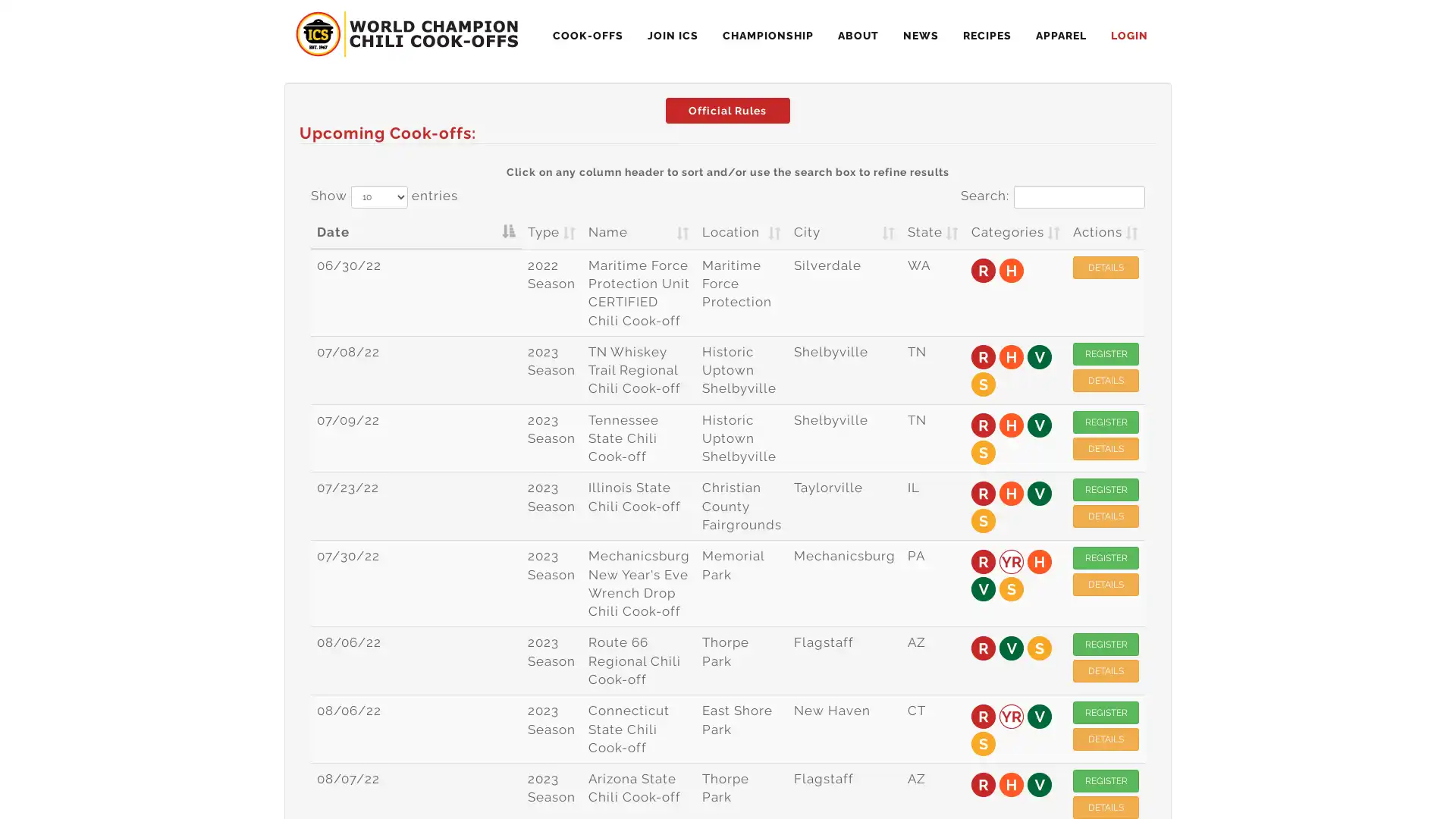 The width and height of the screenshot is (1456, 819). I want to click on DETAILS, so click(1106, 379).